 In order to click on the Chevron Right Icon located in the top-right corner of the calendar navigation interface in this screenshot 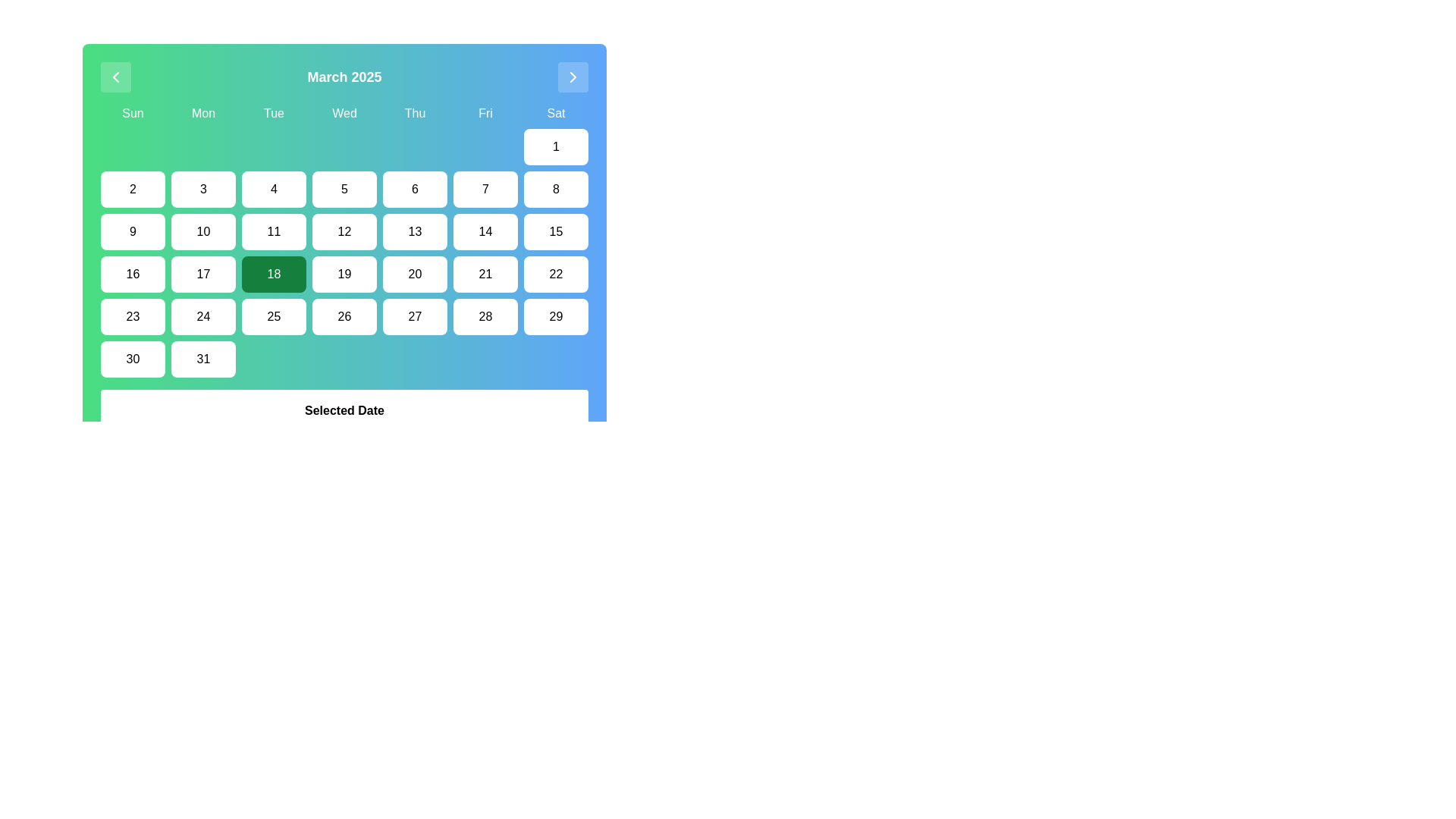, I will do `click(572, 77)`.